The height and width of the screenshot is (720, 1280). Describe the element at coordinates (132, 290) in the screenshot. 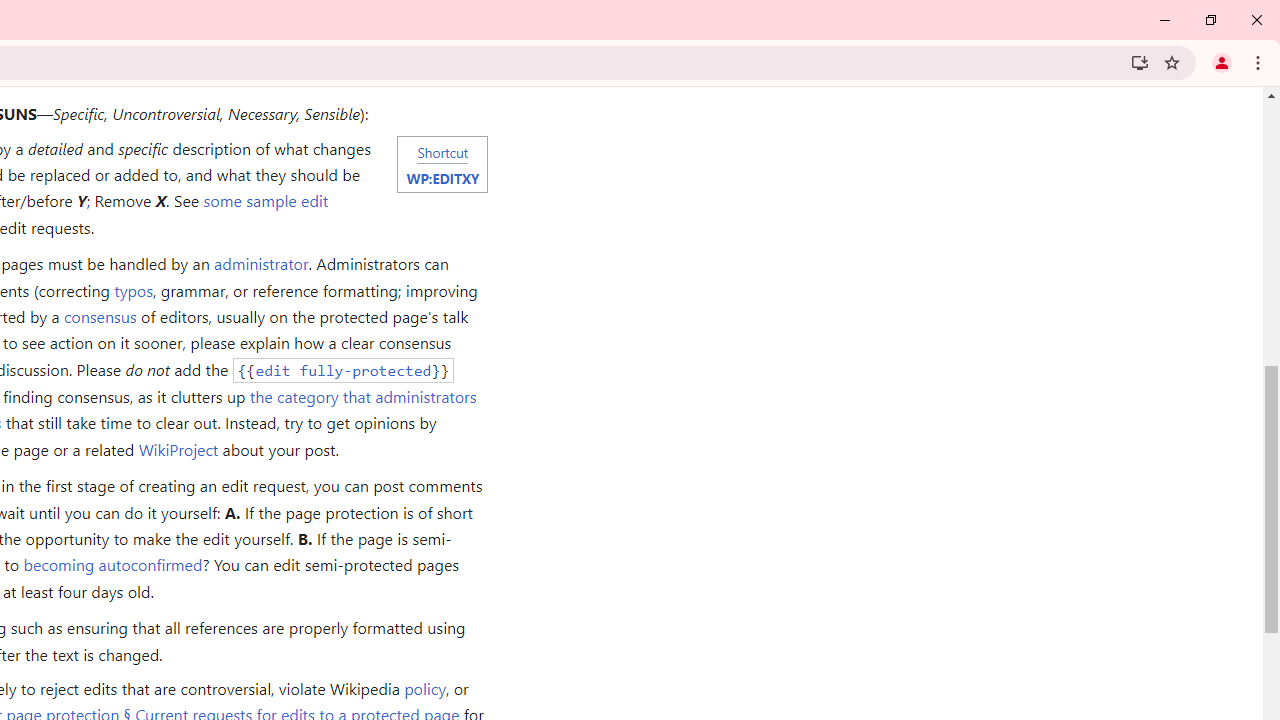

I see `'typos'` at that location.